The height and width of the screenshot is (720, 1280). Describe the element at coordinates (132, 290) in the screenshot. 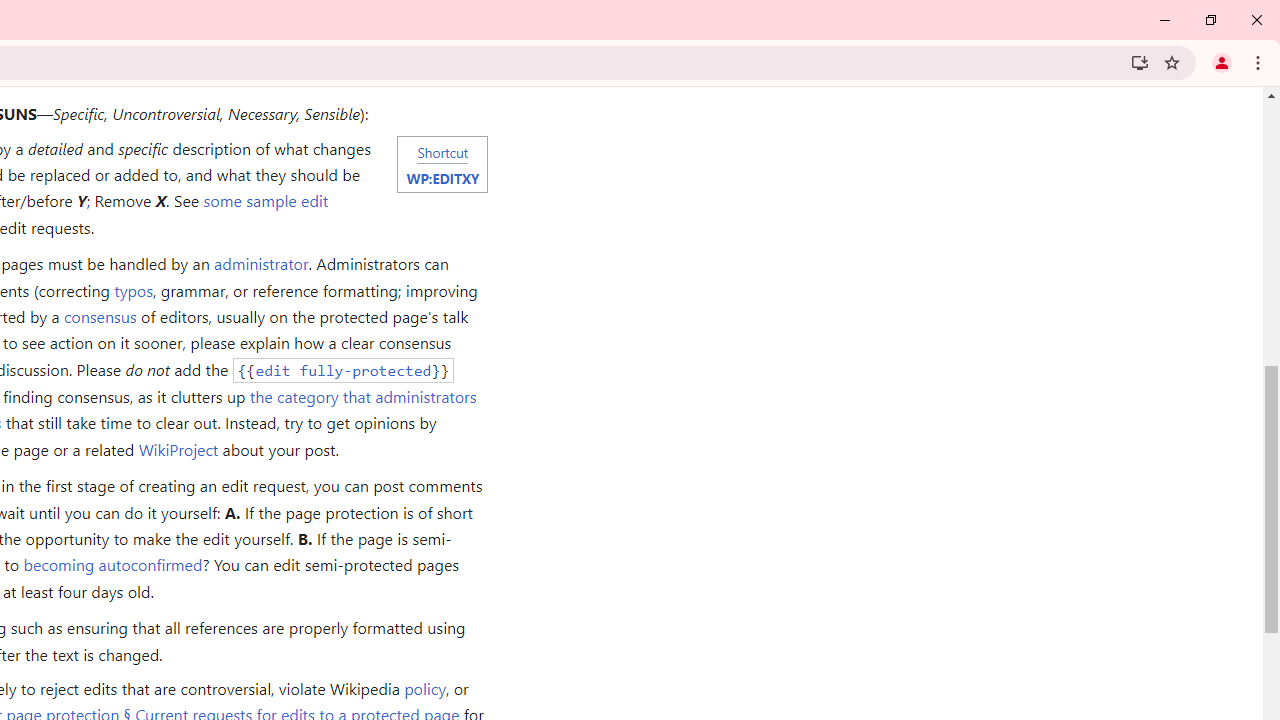

I see `'typos'` at that location.